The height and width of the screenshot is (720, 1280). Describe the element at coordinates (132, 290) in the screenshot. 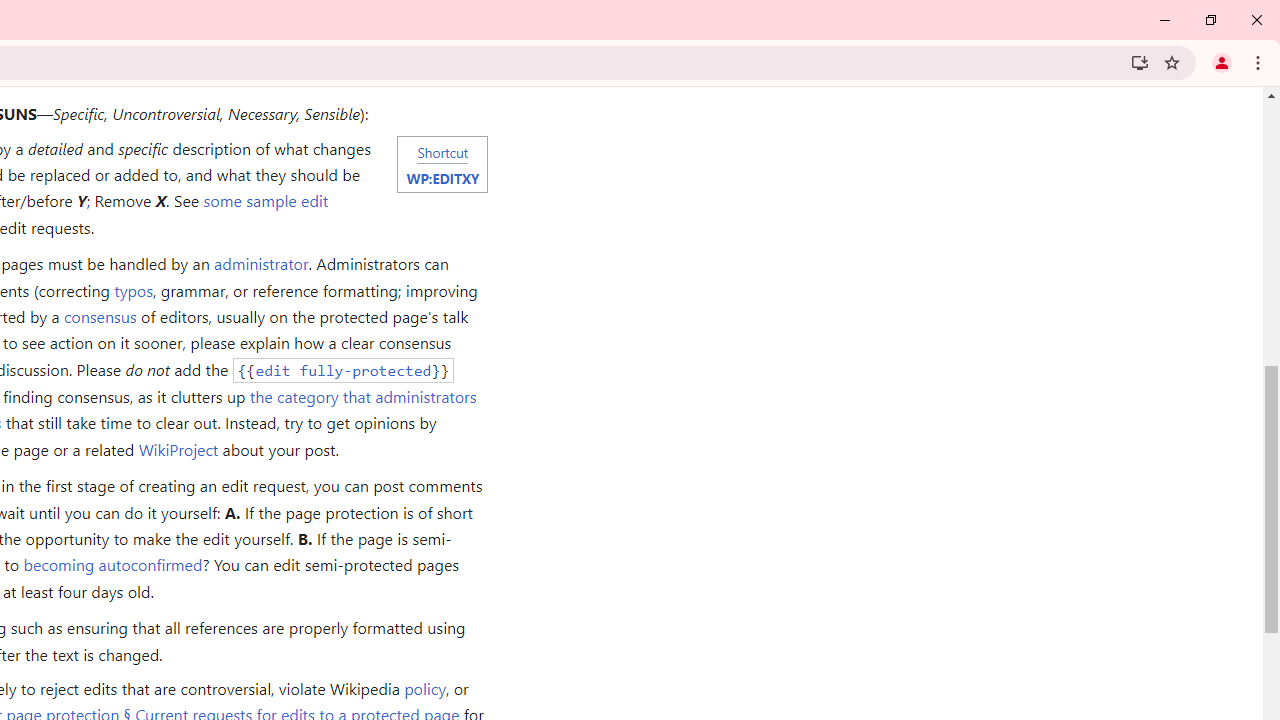

I see `'typos'` at that location.